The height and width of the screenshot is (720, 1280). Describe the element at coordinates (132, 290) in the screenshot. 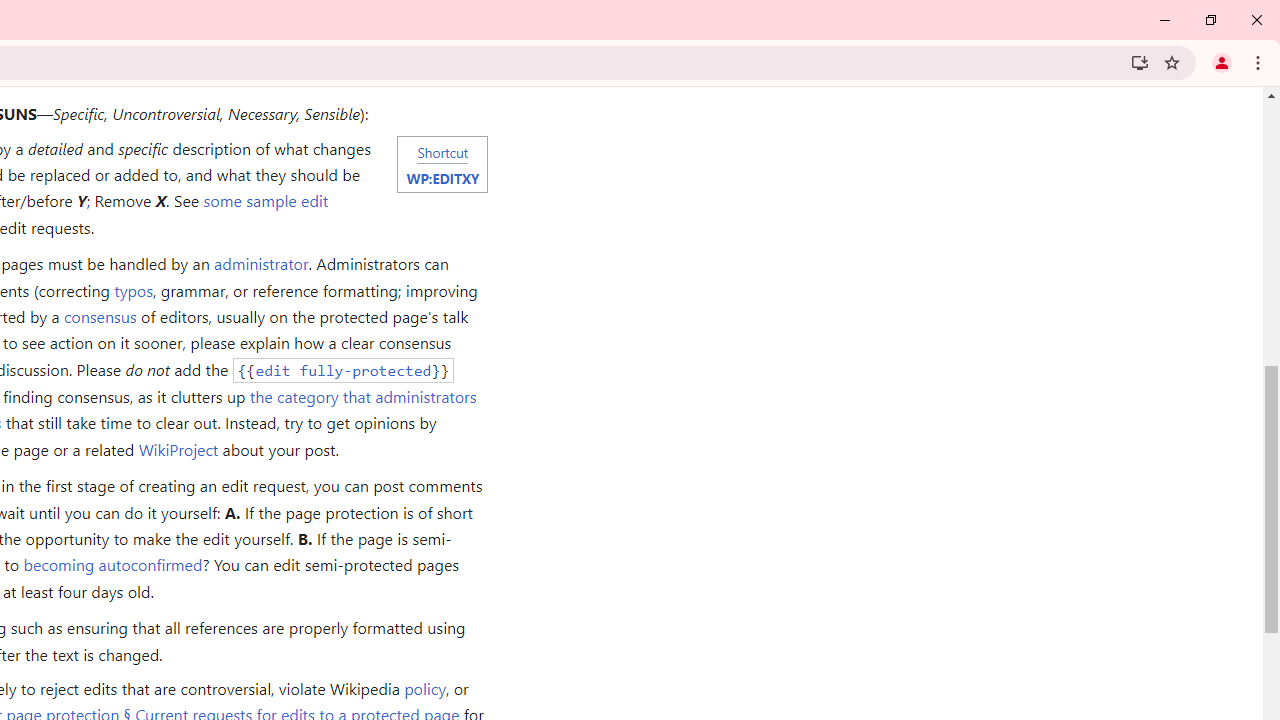

I see `'typos'` at that location.